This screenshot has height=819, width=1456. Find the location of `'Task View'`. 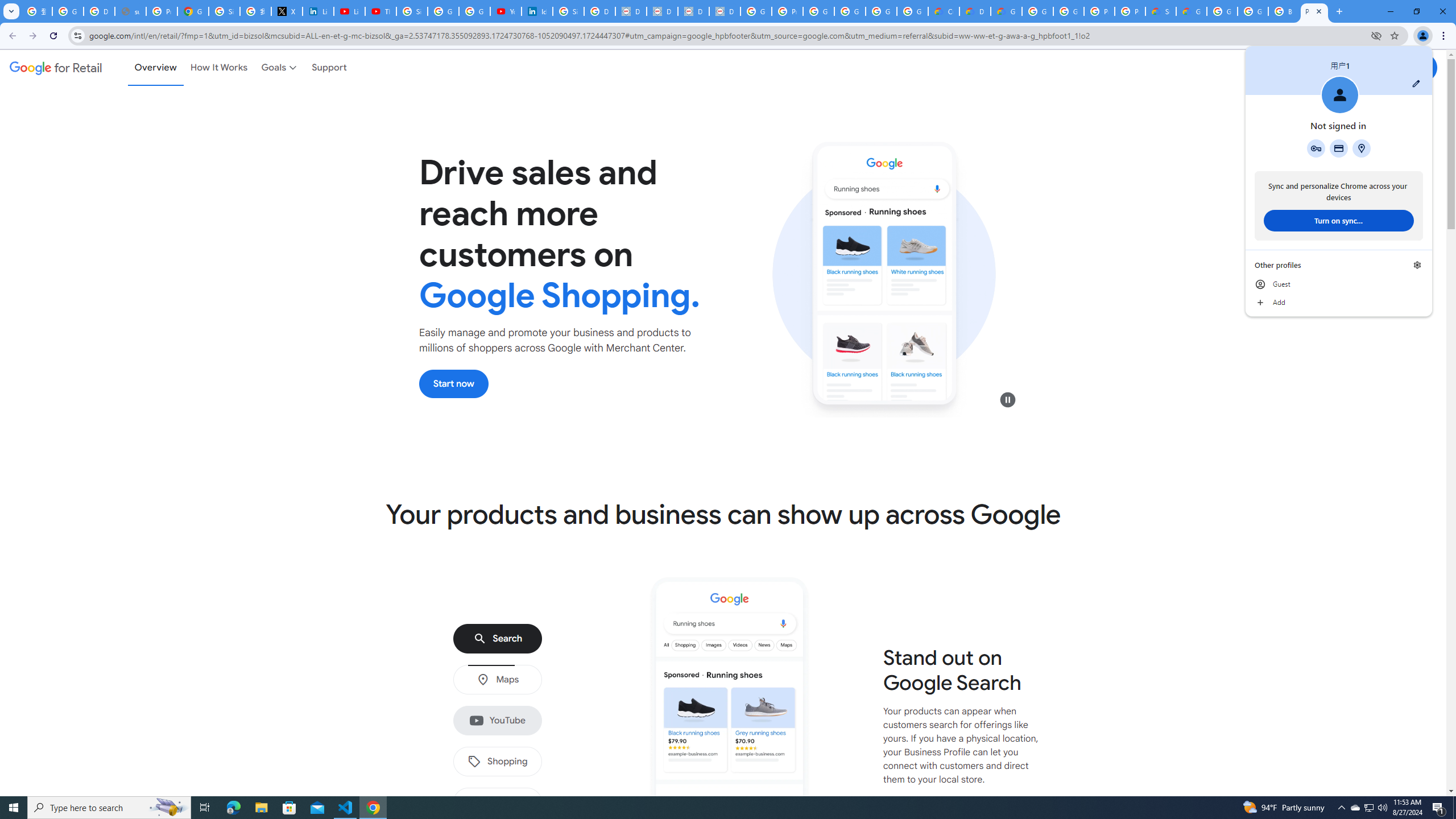

'Task View' is located at coordinates (204, 806).